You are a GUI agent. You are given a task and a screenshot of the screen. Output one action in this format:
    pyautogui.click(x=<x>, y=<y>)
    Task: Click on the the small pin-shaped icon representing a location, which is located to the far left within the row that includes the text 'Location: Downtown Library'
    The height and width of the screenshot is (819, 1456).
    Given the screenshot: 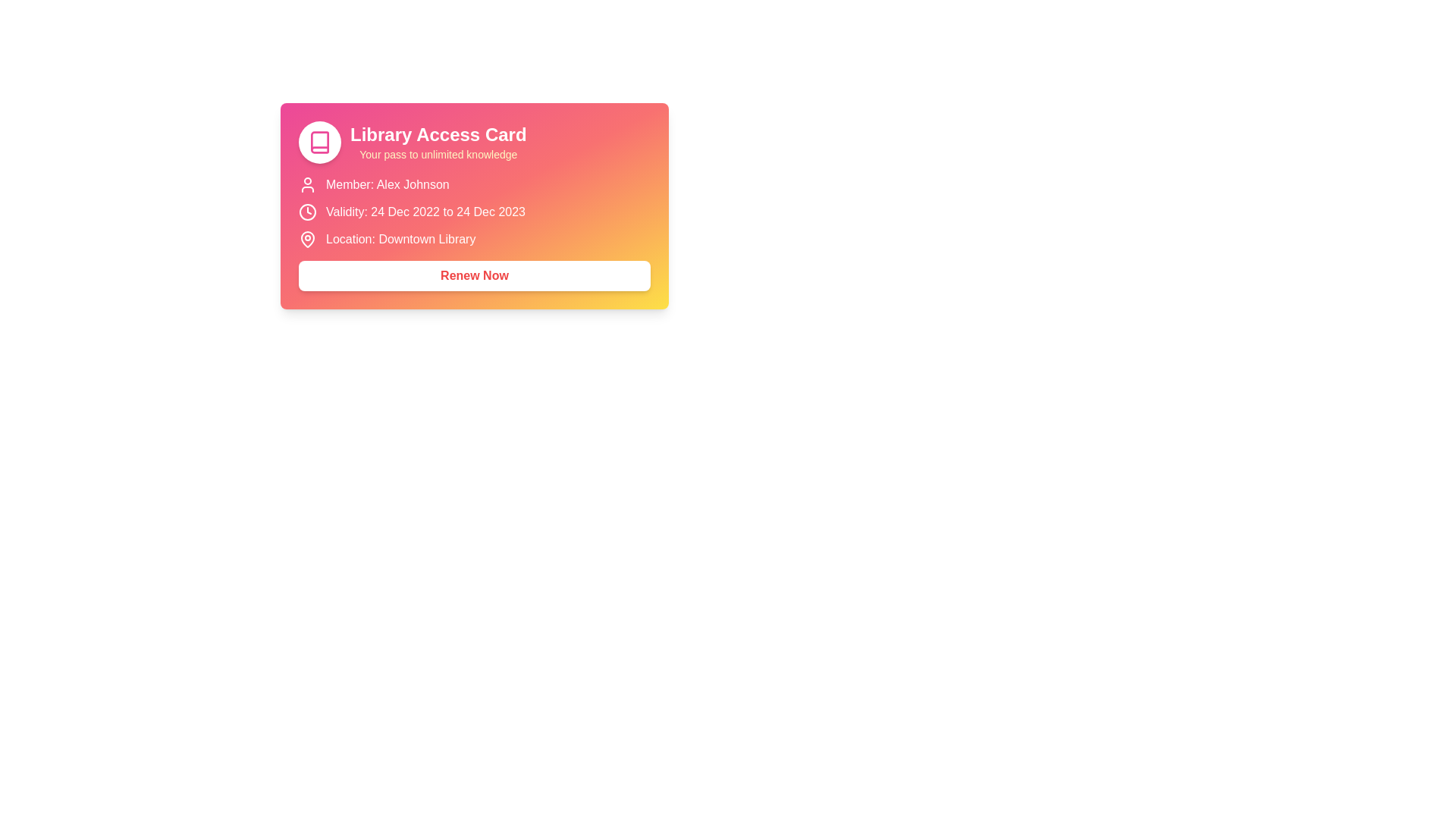 What is the action you would take?
    pyautogui.click(x=307, y=239)
    